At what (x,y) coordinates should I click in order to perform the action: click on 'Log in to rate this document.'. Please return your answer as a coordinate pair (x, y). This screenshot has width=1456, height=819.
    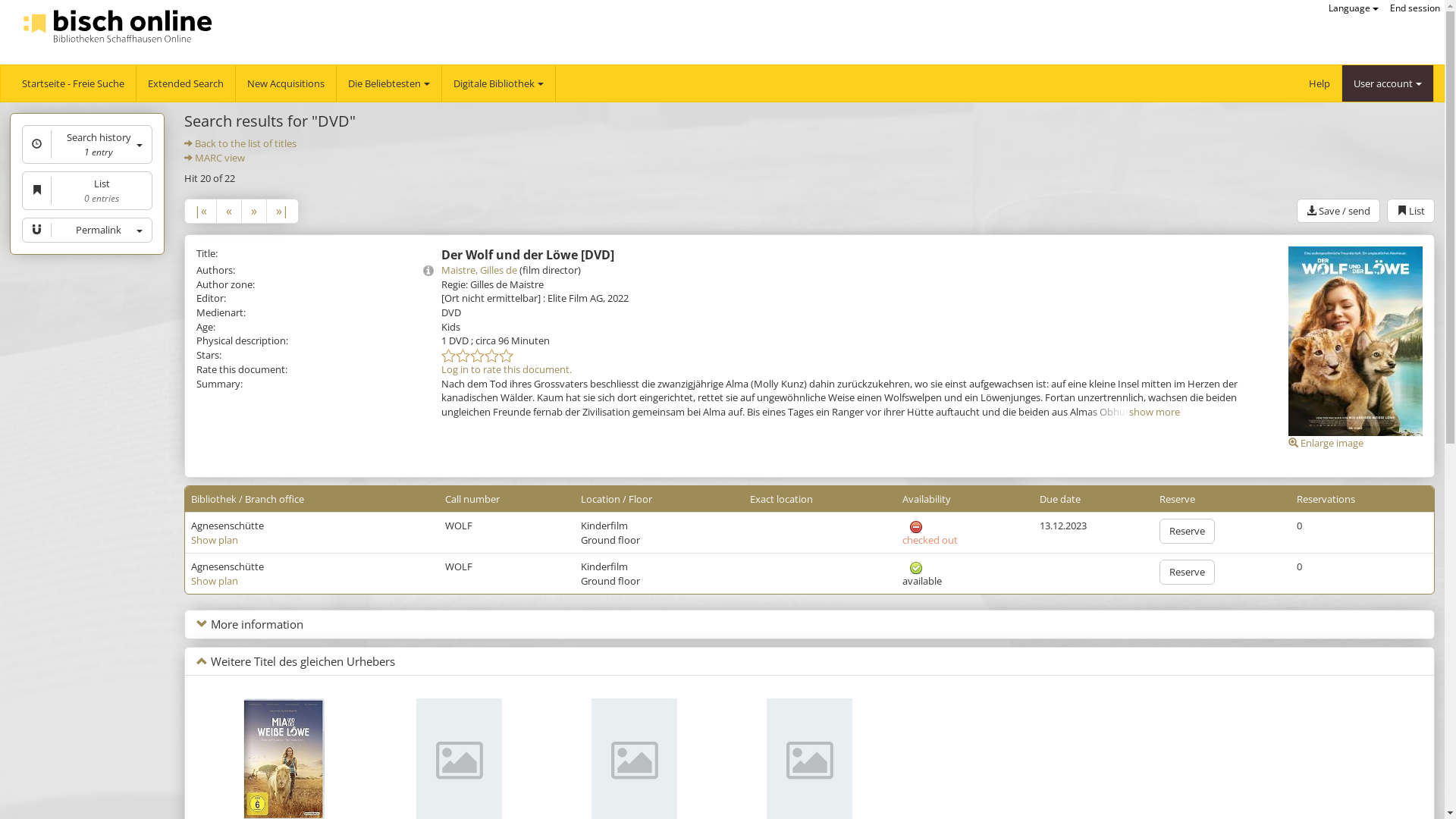
    Looking at the image, I should click on (506, 369).